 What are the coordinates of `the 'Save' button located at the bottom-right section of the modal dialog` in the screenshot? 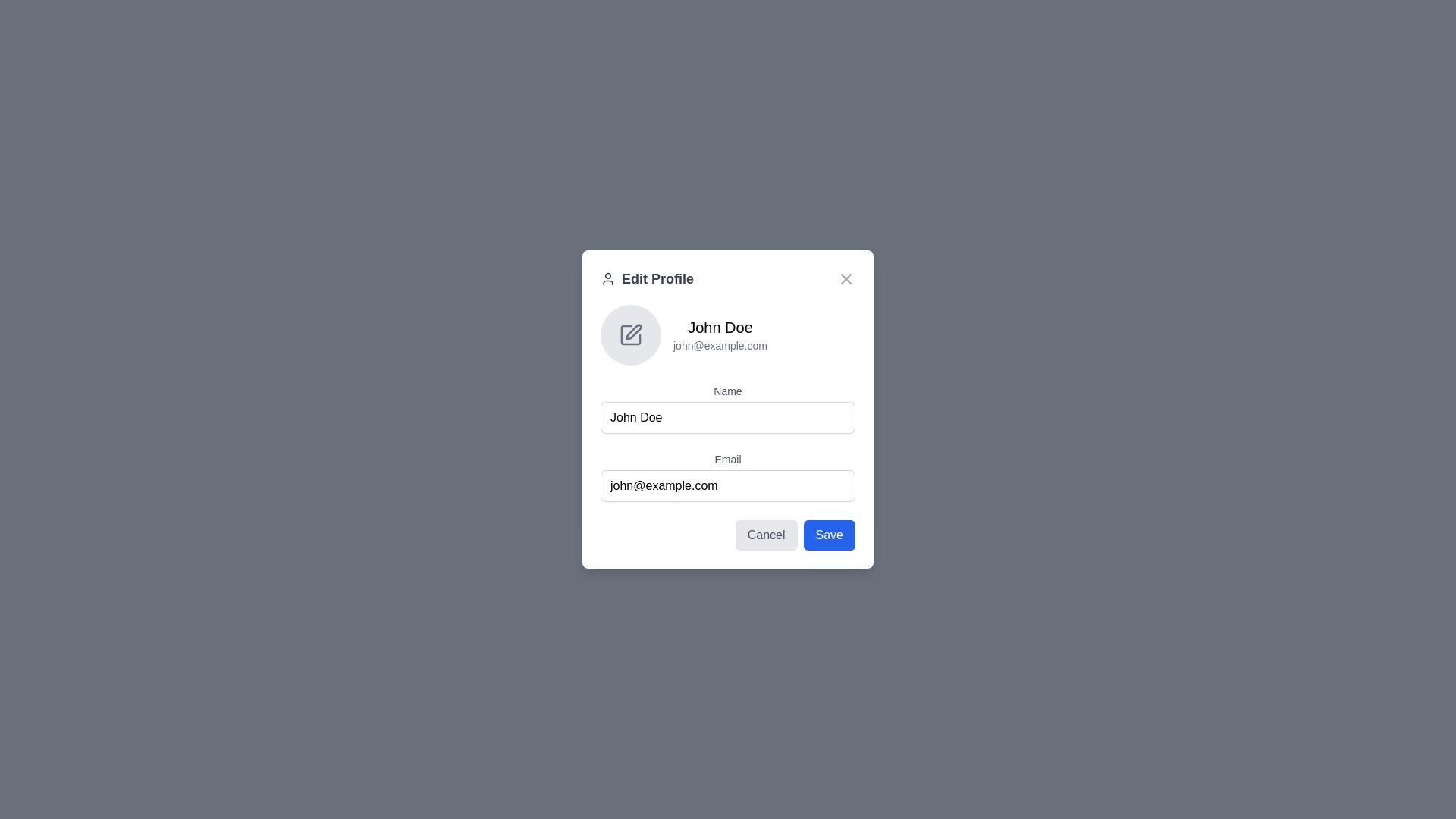 It's located at (828, 534).